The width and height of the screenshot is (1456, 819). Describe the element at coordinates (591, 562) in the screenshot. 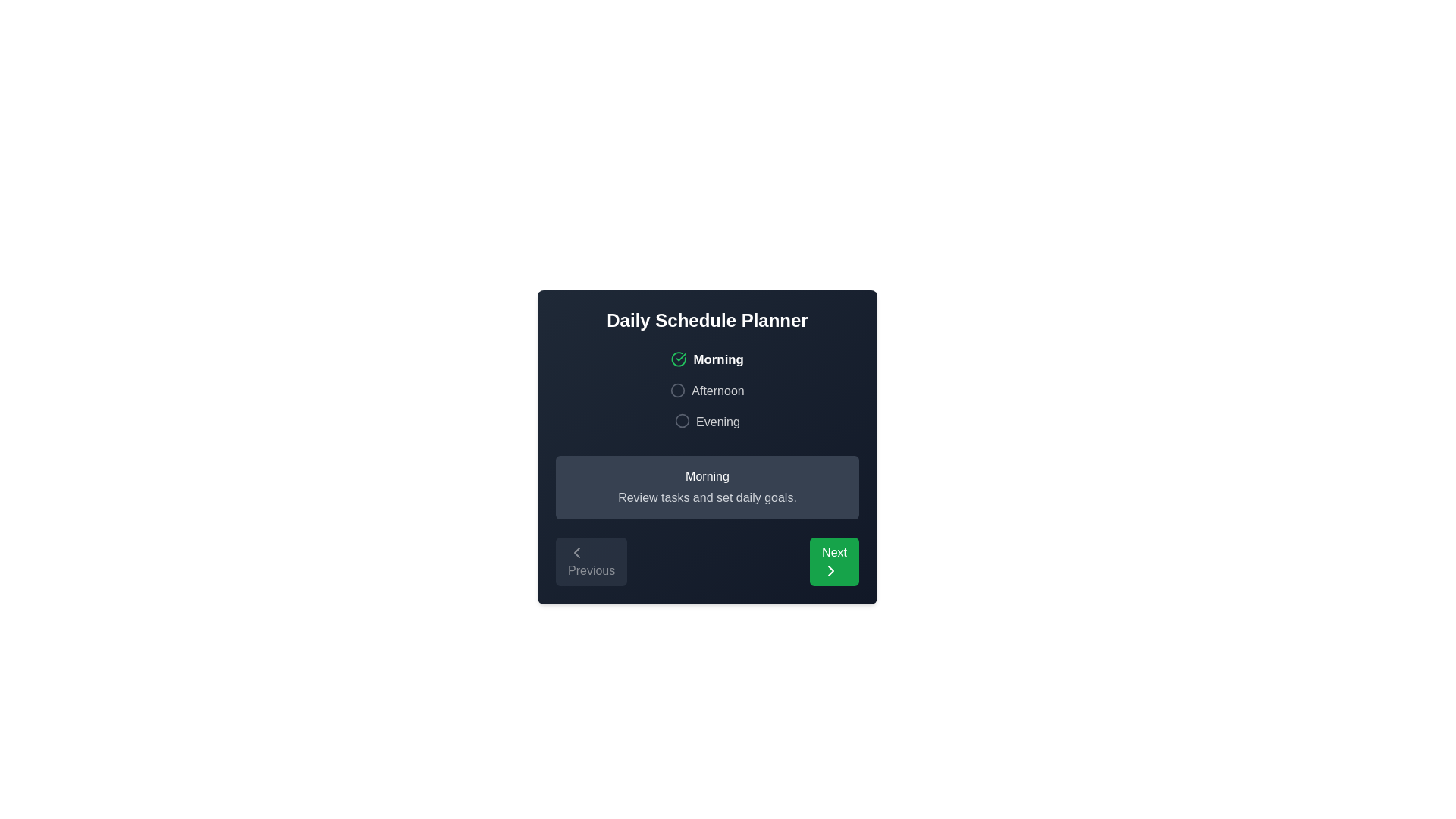

I see `the 'Previous' button with a dark gray background and a left-pointing chevron icon, located at the bottom-left of the 'Daily Schedule Planner' modal` at that location.